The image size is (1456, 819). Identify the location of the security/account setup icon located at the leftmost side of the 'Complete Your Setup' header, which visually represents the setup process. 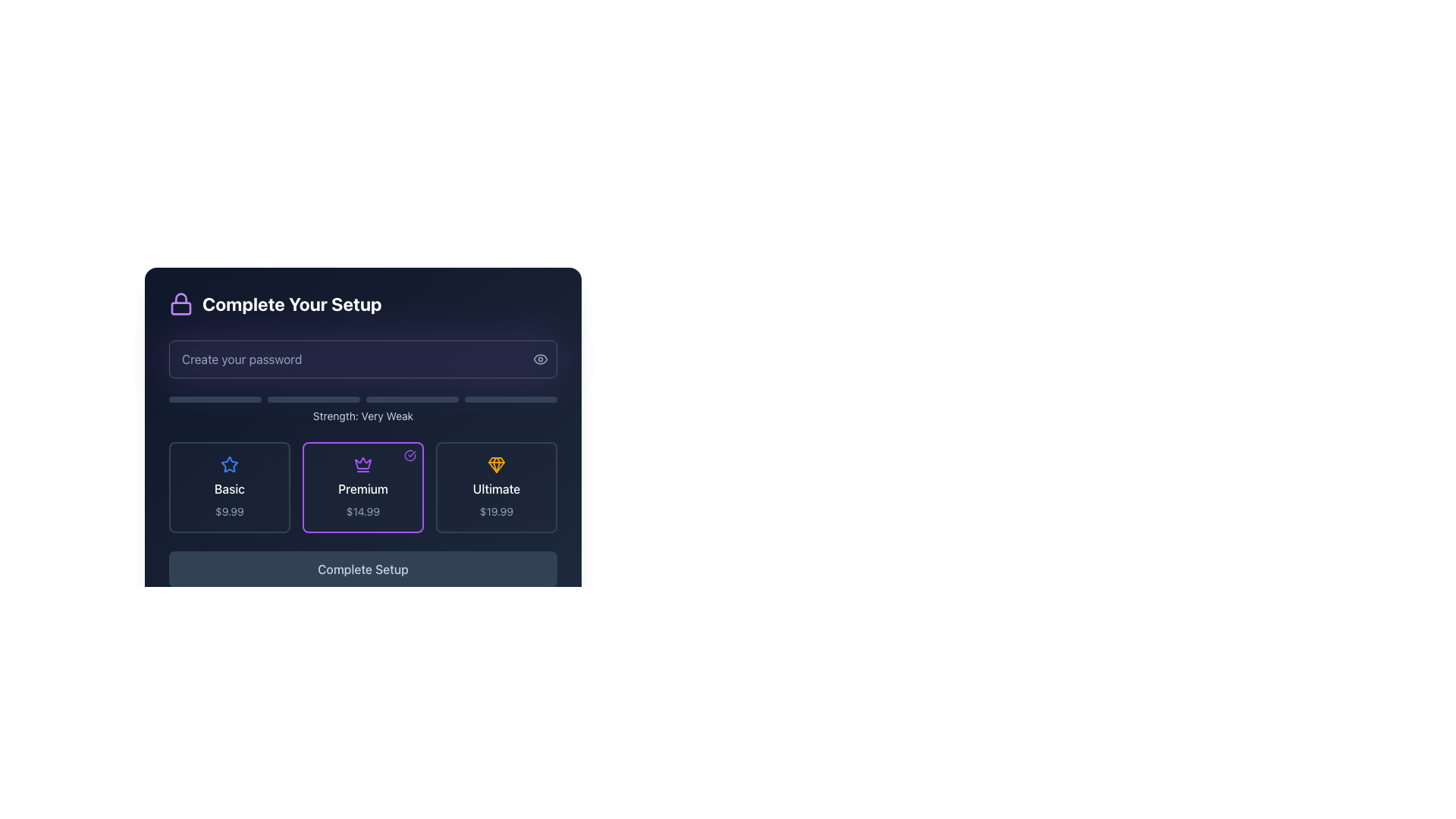
(181, 304).